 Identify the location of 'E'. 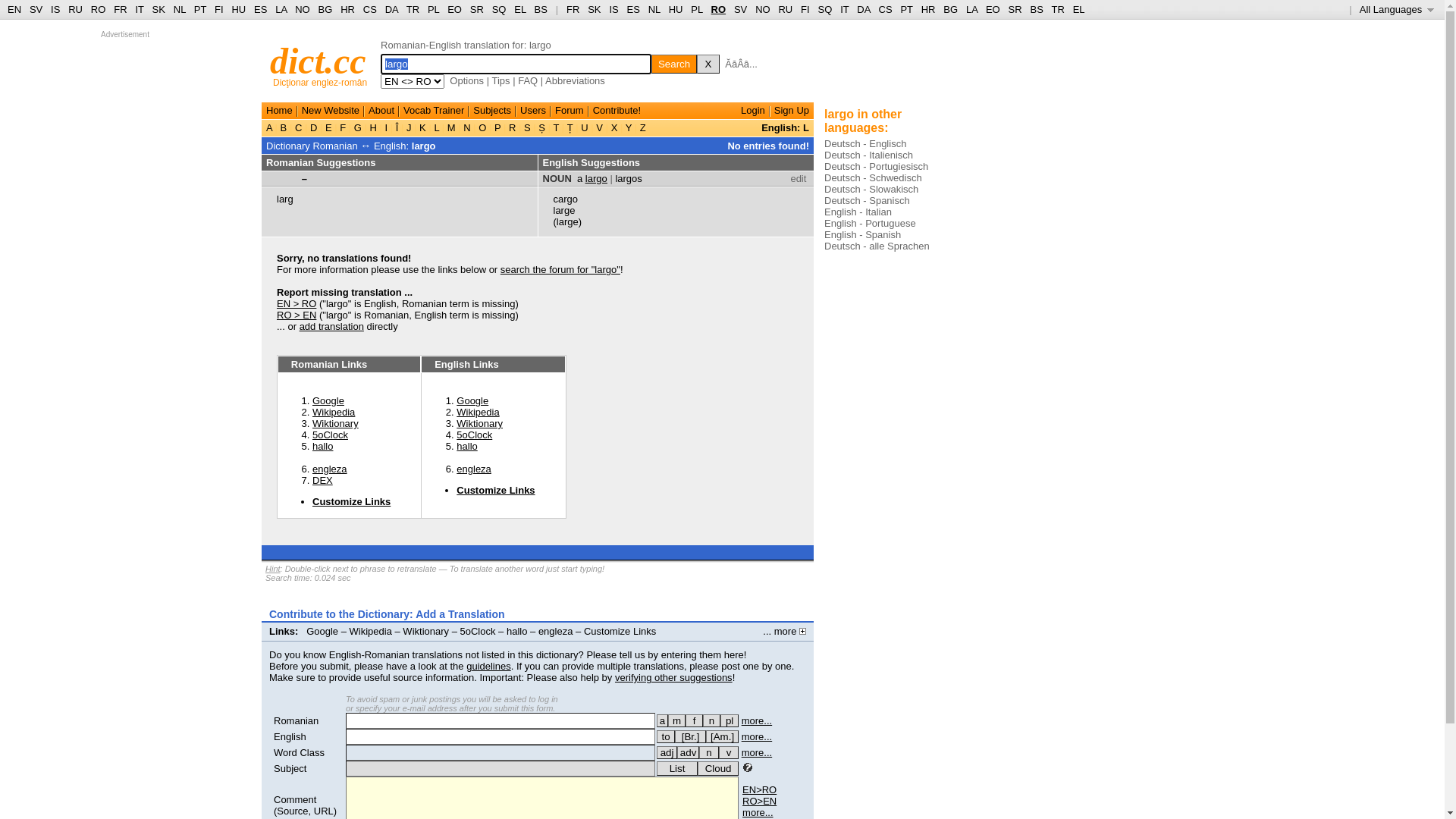
(322, 127).